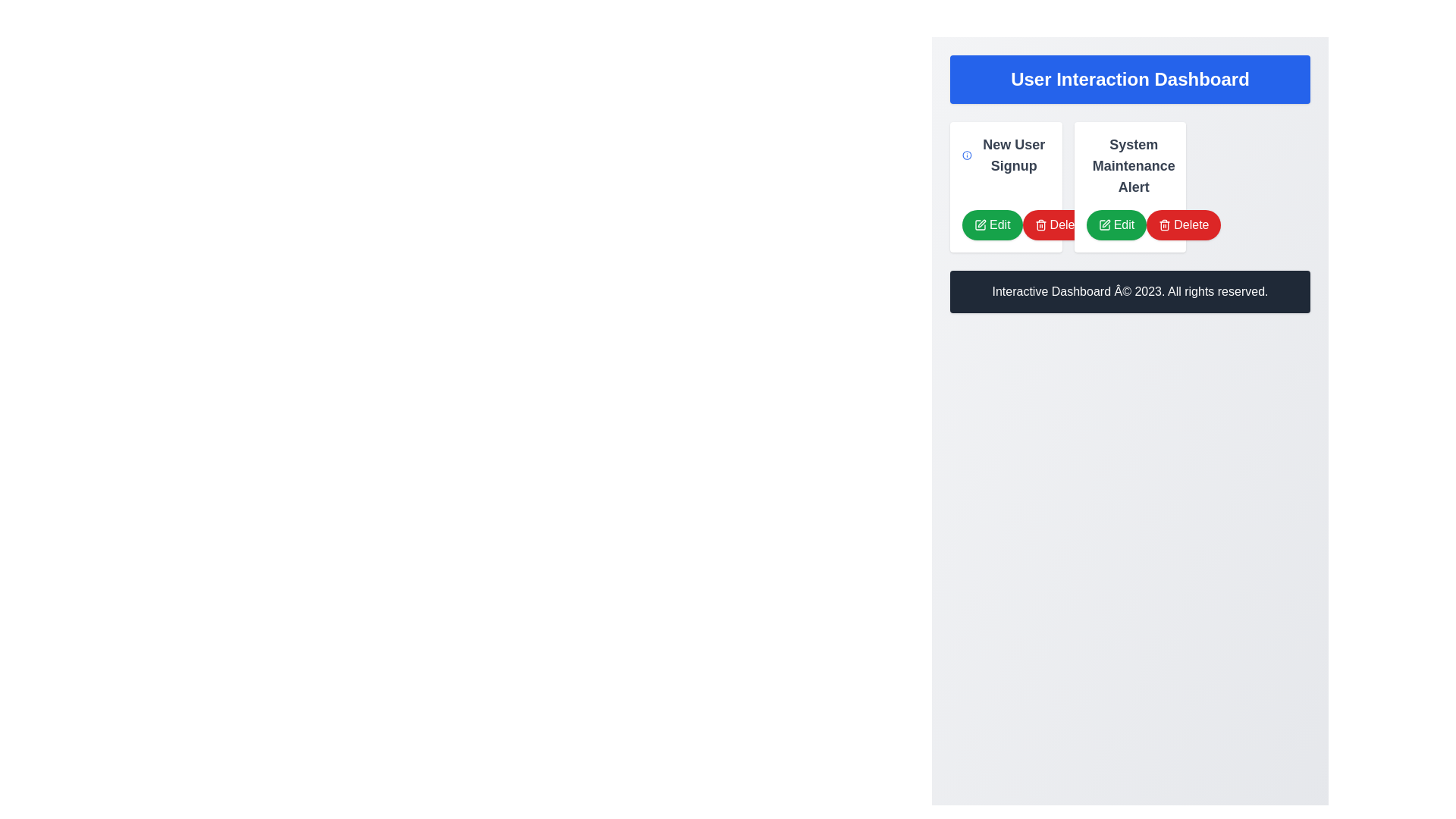  I want to click on the decorative SVG trash can icon, which represents the delete action and is located to the left of the 'Delete' text in the red button of the right card, so click(1040, 226).